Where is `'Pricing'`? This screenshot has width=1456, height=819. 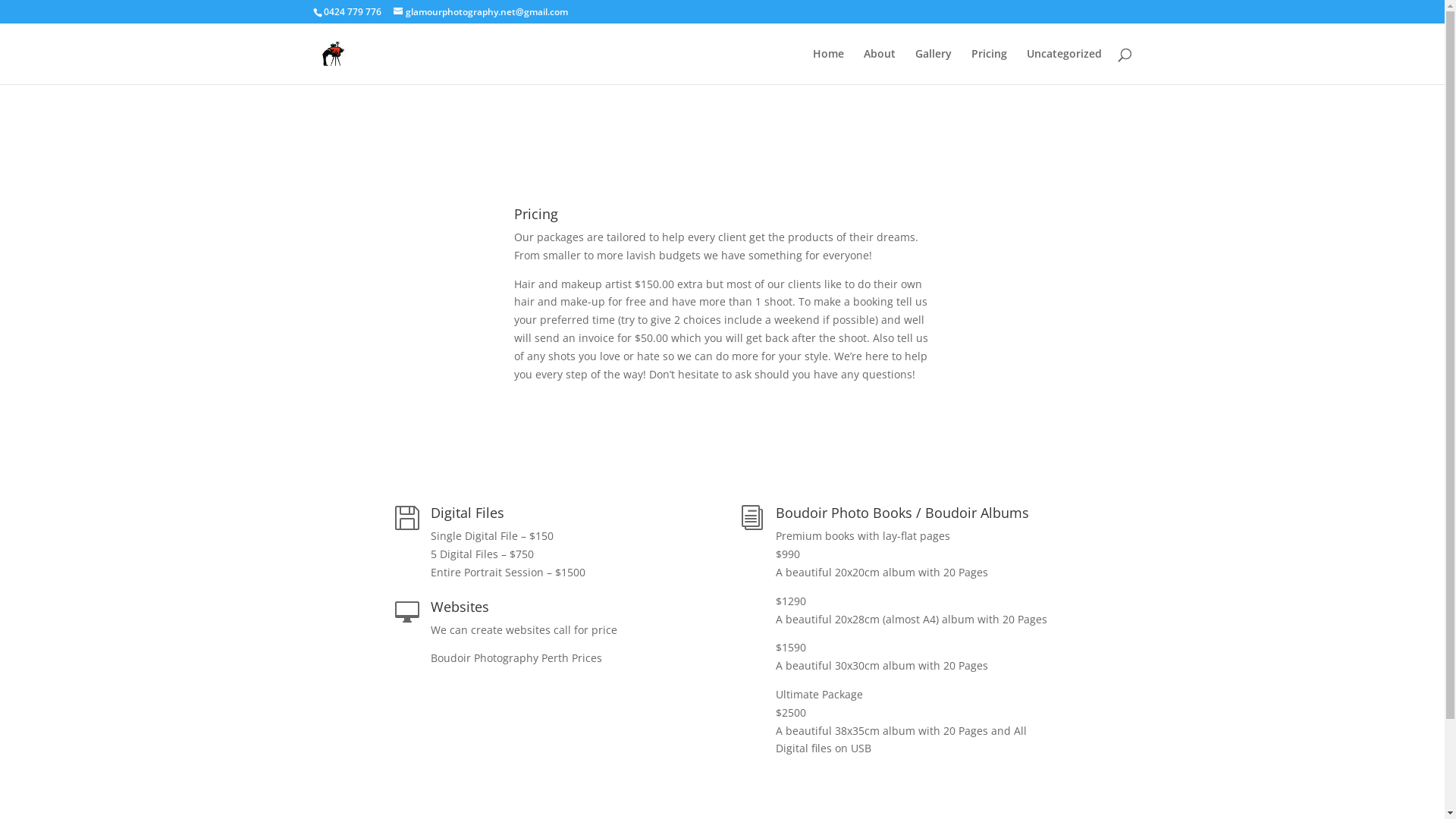
'Pricing' is located at coordinates (988, 65).